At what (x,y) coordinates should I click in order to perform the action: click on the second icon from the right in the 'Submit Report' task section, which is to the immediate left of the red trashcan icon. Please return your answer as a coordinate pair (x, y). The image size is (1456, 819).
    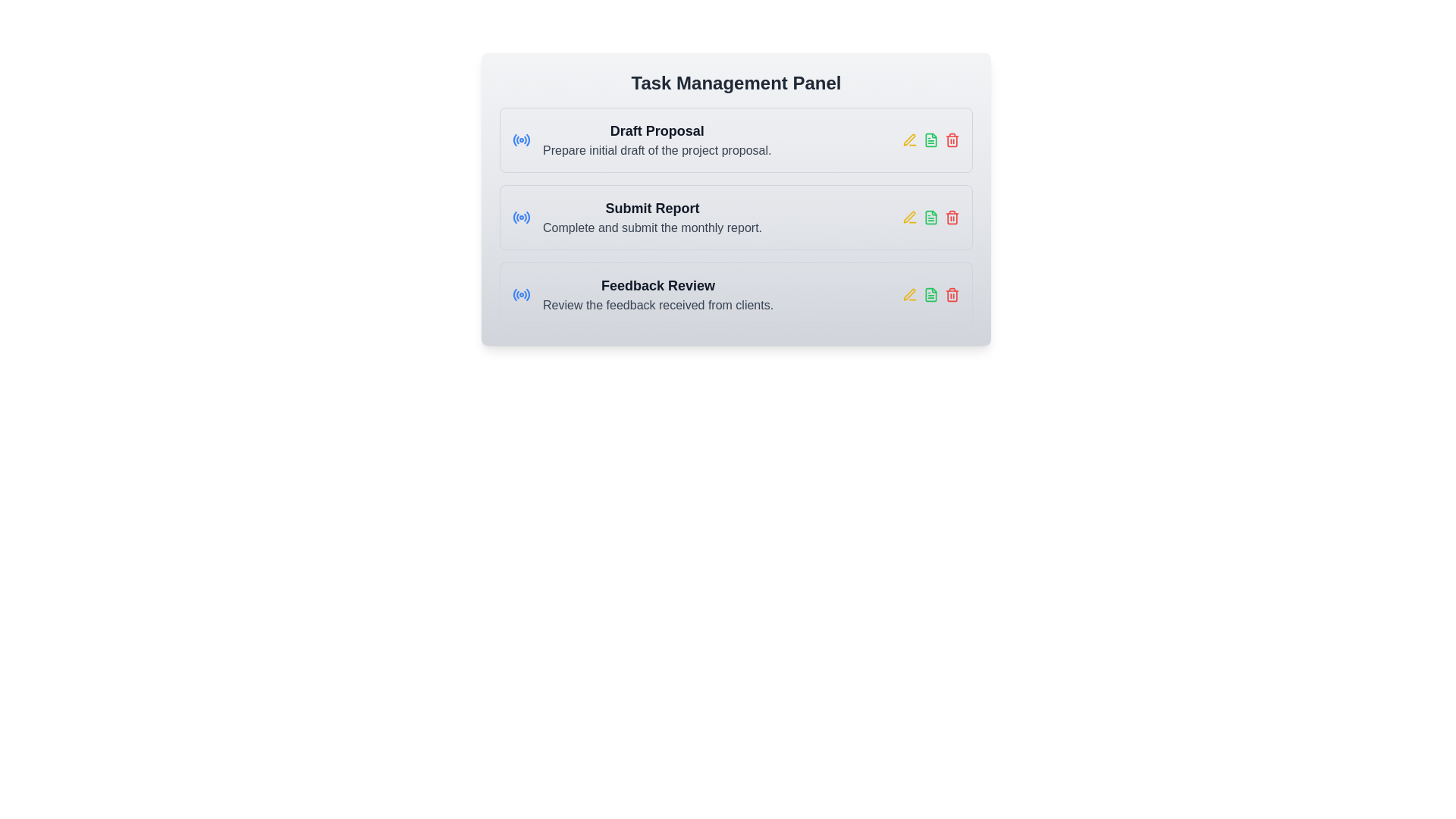
    Looking at the image, I should click on (930, 217).